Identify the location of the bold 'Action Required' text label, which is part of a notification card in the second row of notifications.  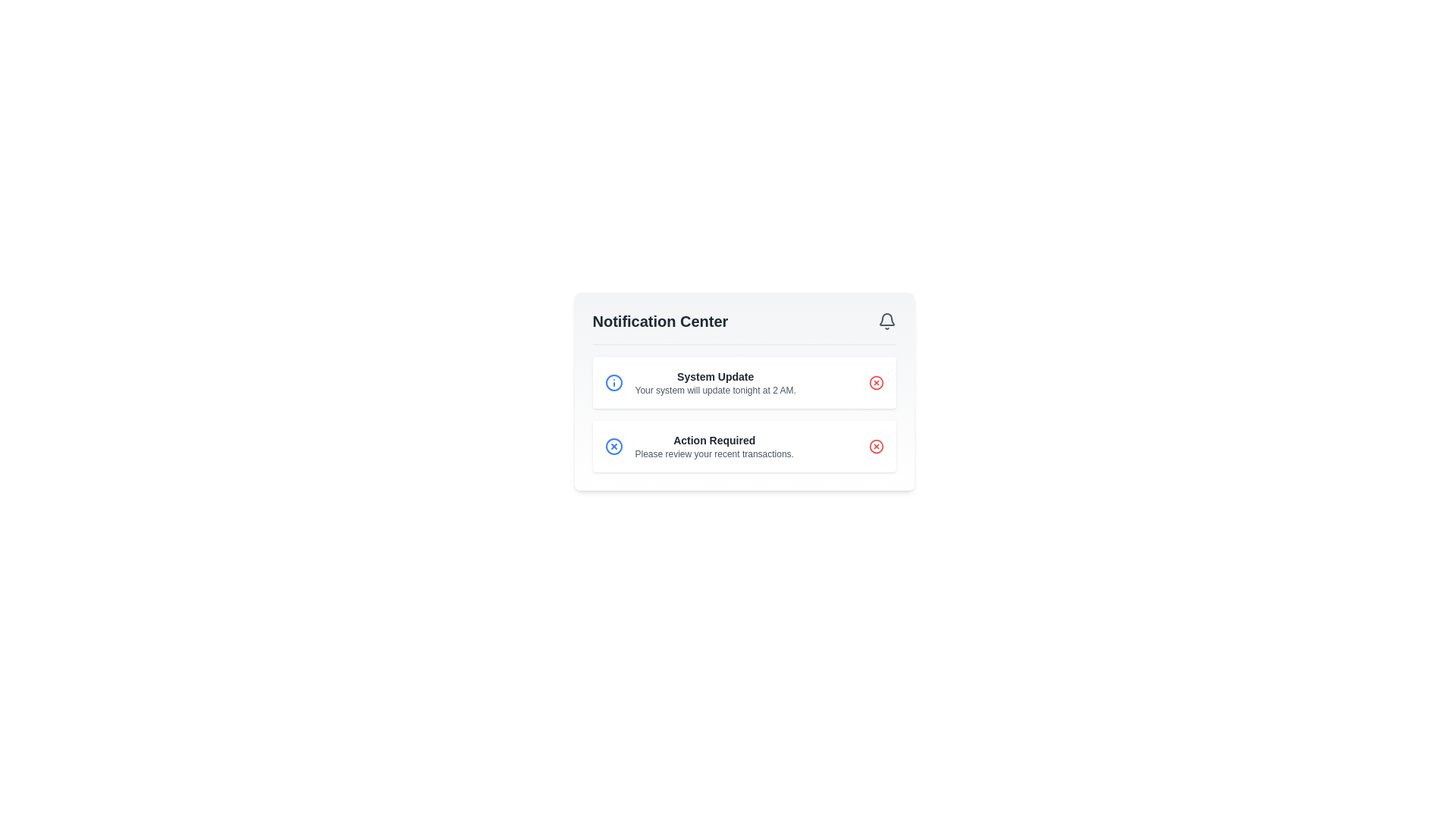
(714, 441).